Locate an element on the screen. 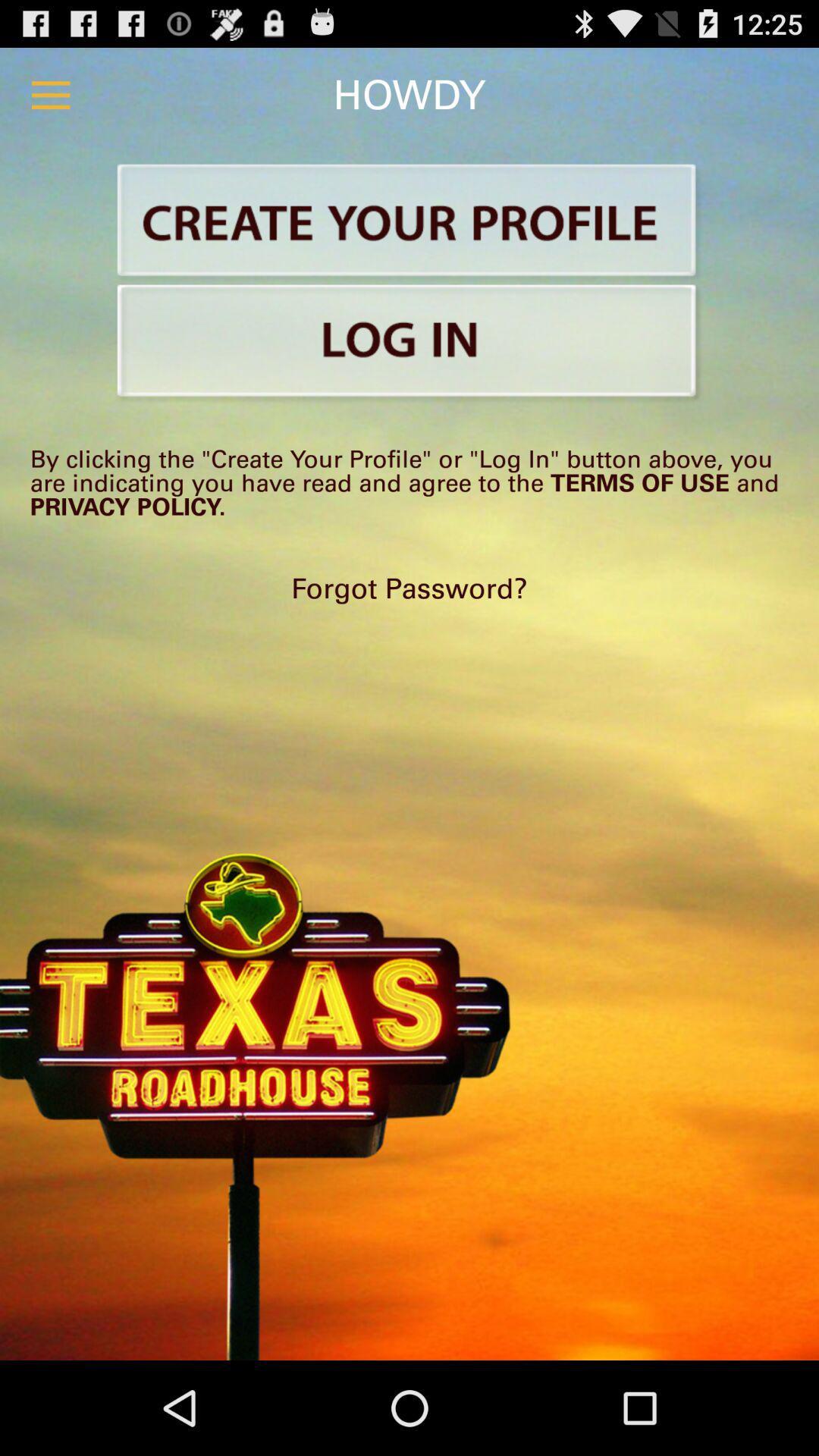 The width and height of the screenshot is (819, 1456). forgot password? at the center is located at coordinates (409, 588).